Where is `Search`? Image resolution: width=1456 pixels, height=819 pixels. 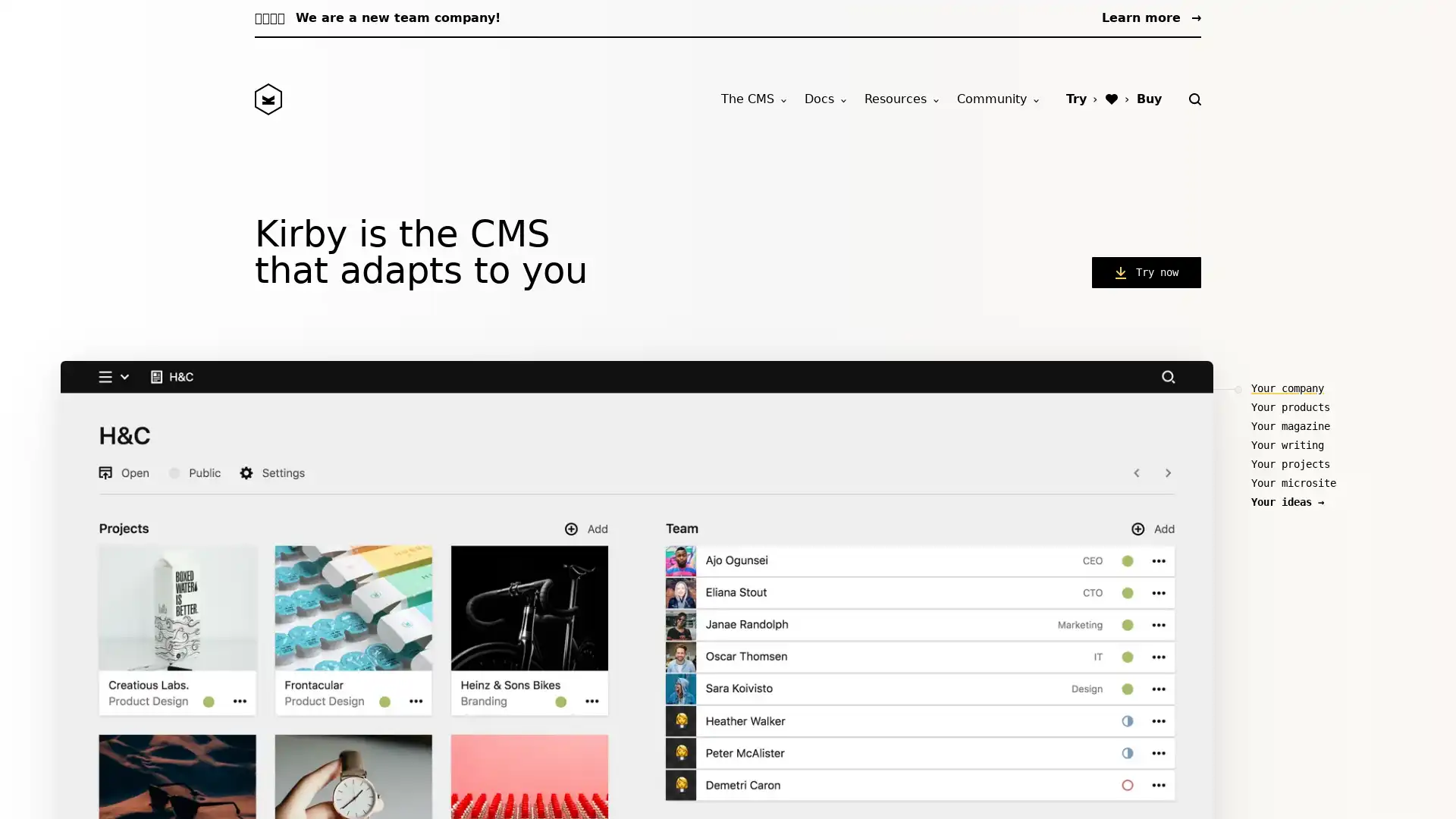
Search is located at coordinates (1194, 99).